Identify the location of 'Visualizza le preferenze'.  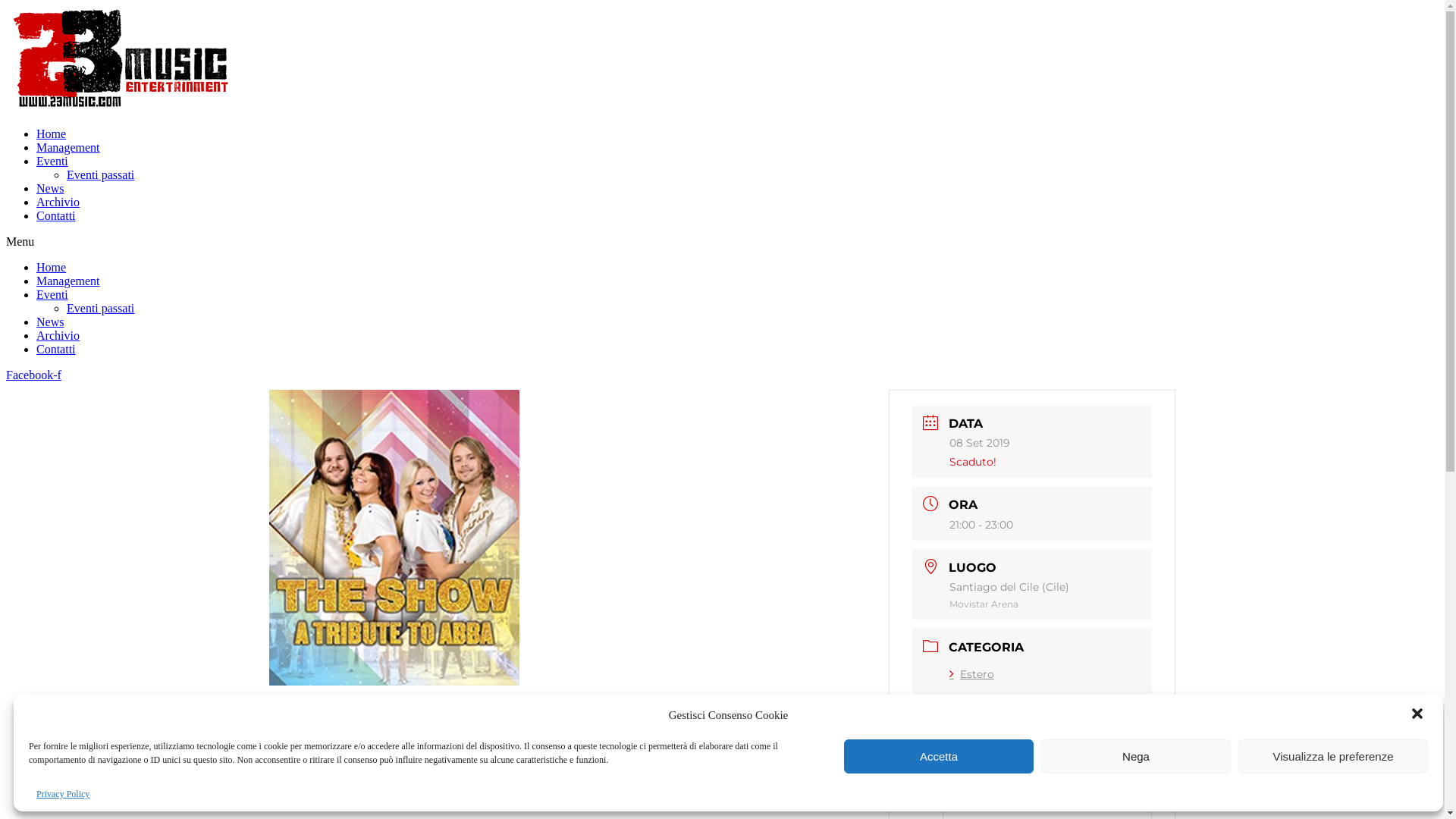
(1332, 756).